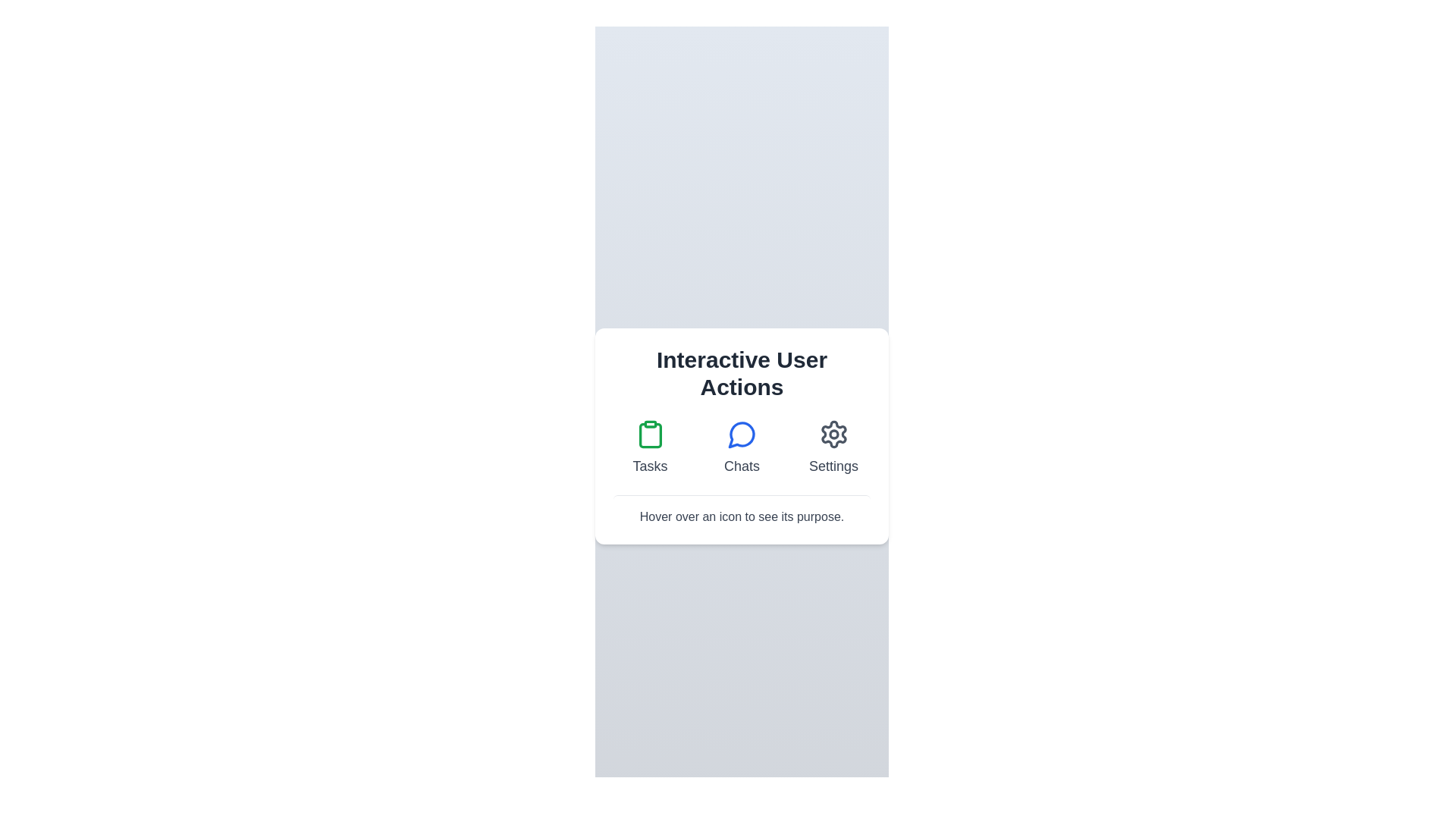 This screenshot has width=1456, height=819. Describe the element at coordinates (650, 465) in the screenshot. I see `the 'Tasks' text label located below the green clipboard icon in the user actions section of the interface` at that location.